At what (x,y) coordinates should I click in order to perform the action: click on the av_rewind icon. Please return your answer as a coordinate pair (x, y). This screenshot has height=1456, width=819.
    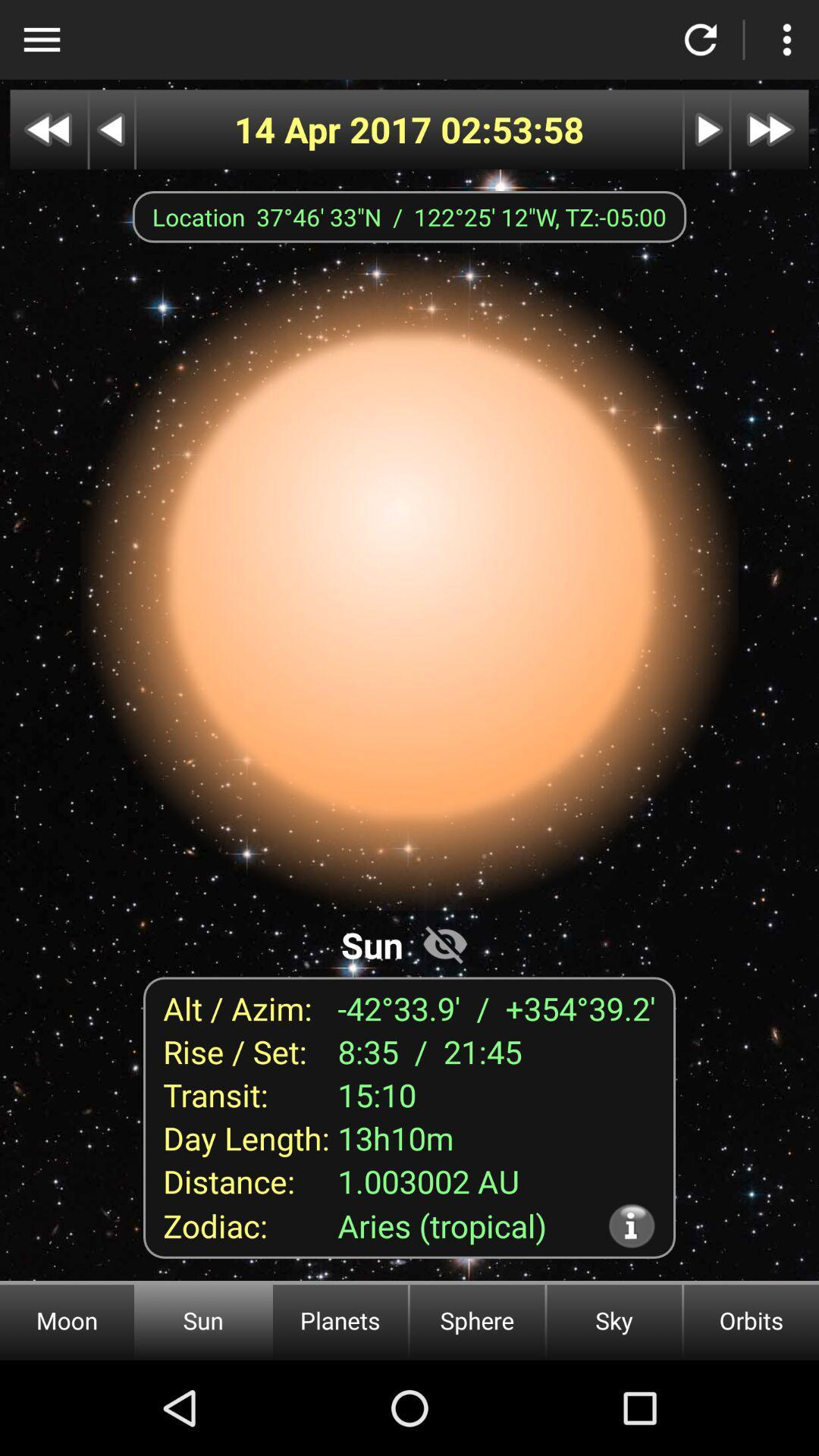
    Looking at the image, I should click on (48, 130).